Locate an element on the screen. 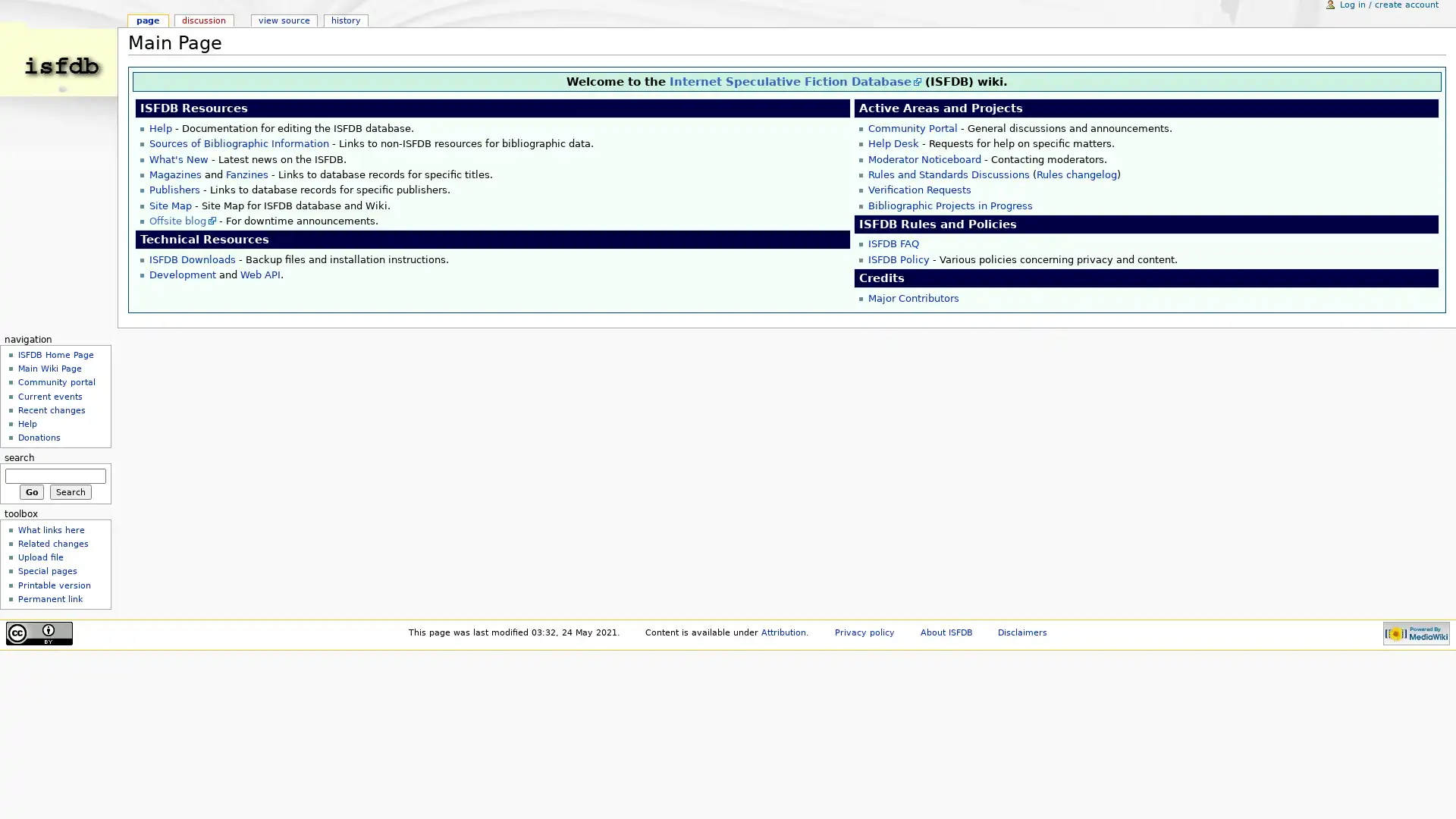  Go is located at coordinates (31, 491).